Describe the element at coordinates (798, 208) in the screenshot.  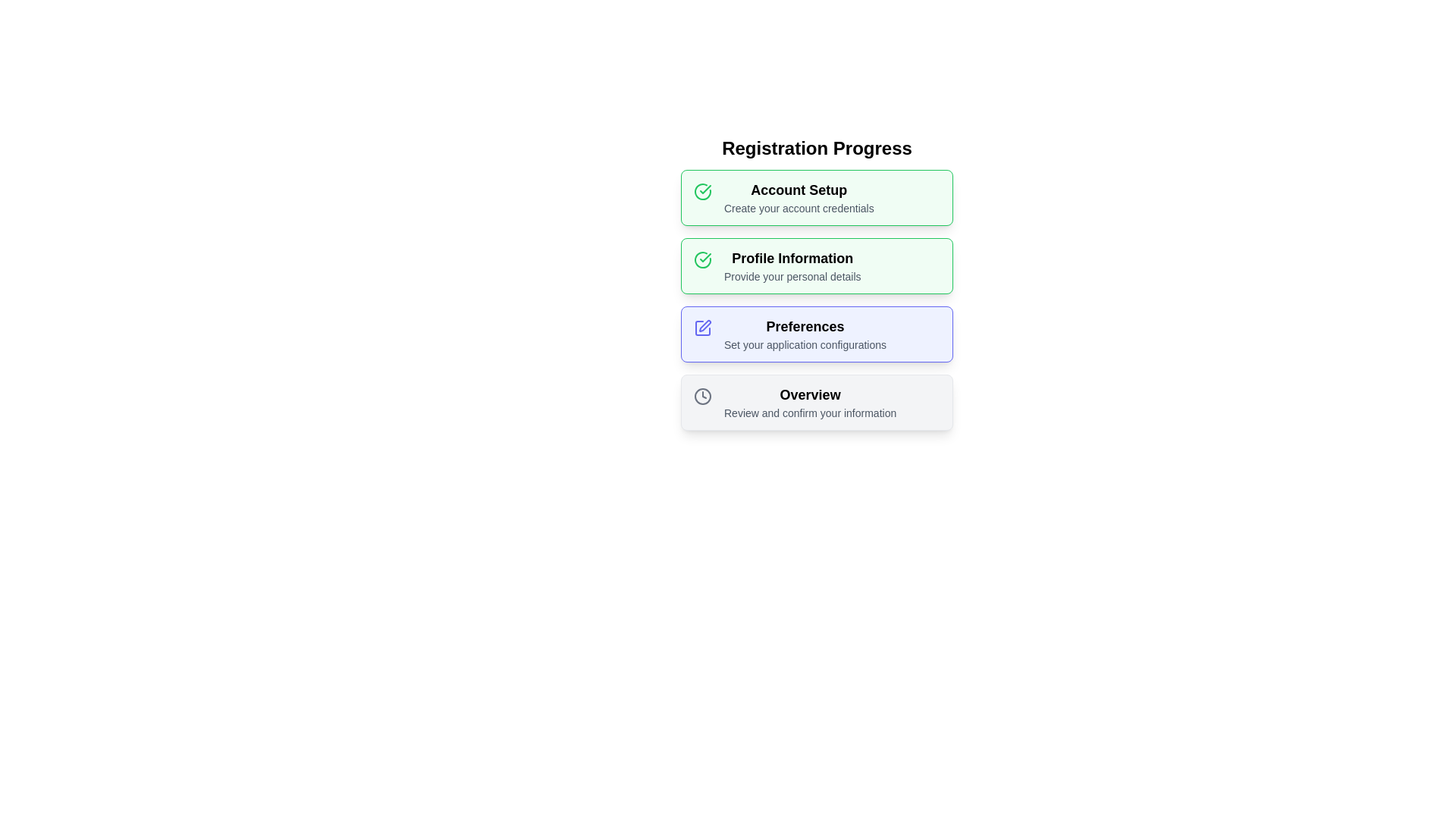
I see `text label that says 'Create your account credentials', which is located directly below the 'Account Setup' heading in a green-bordered section` at that location.